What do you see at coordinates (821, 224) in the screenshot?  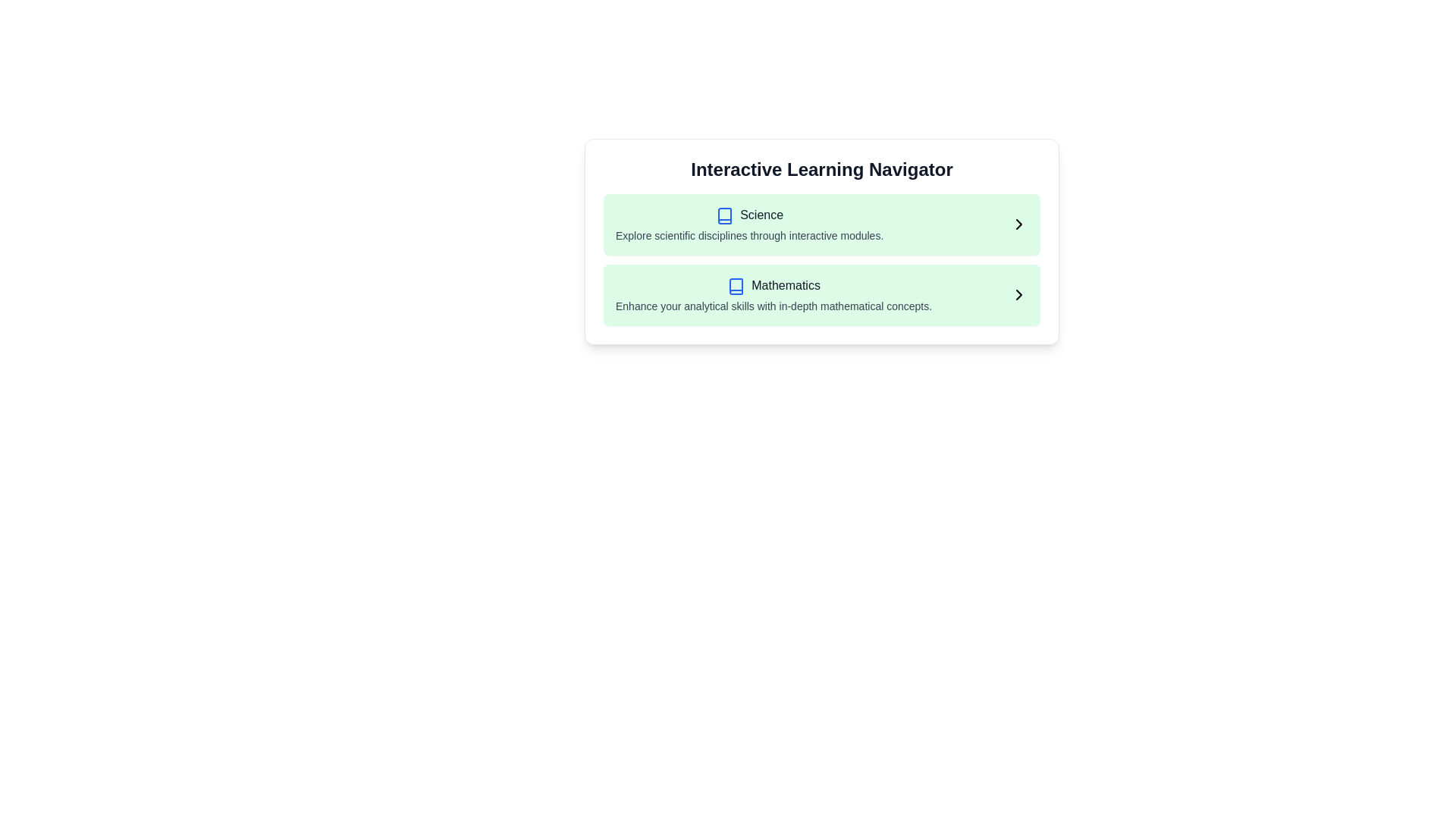 I see `the navigational option for exploring science-related content located at the top section of the 'Interactive Learning Navigator', just above the 'Mathematics' section` at bounding box center [821, 224].